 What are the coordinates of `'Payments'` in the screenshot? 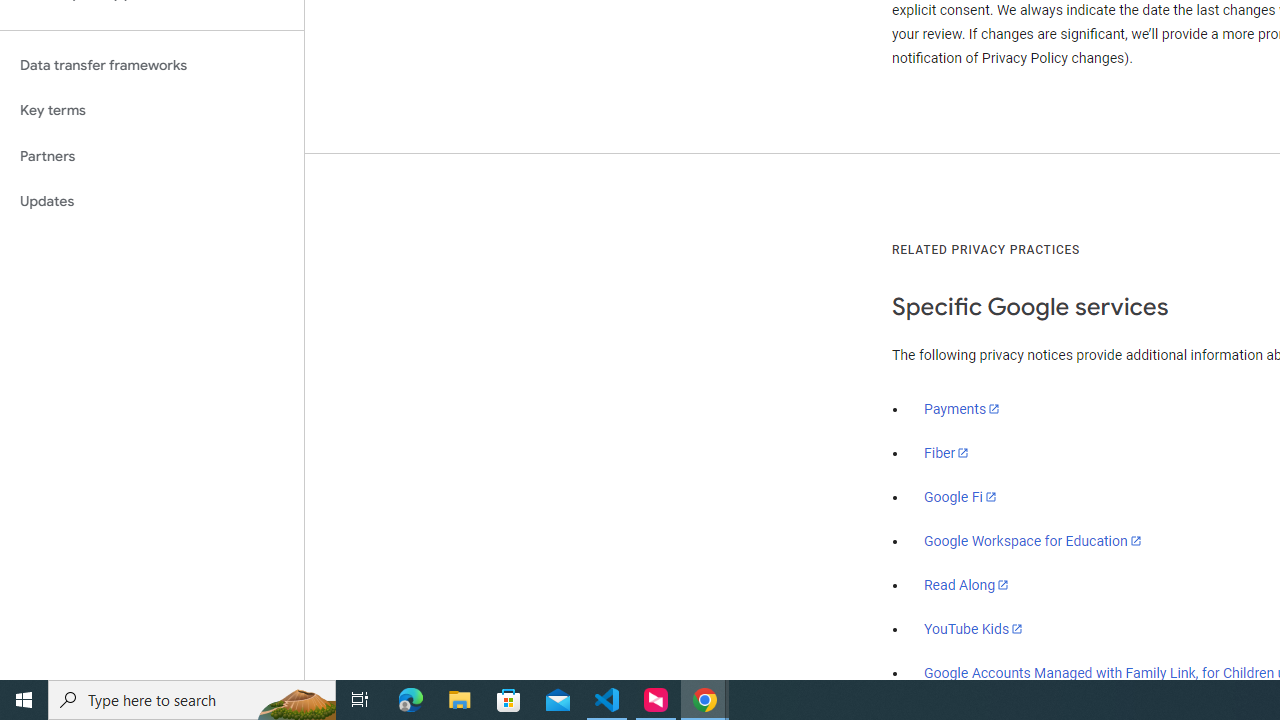 It's located at (962, 408).